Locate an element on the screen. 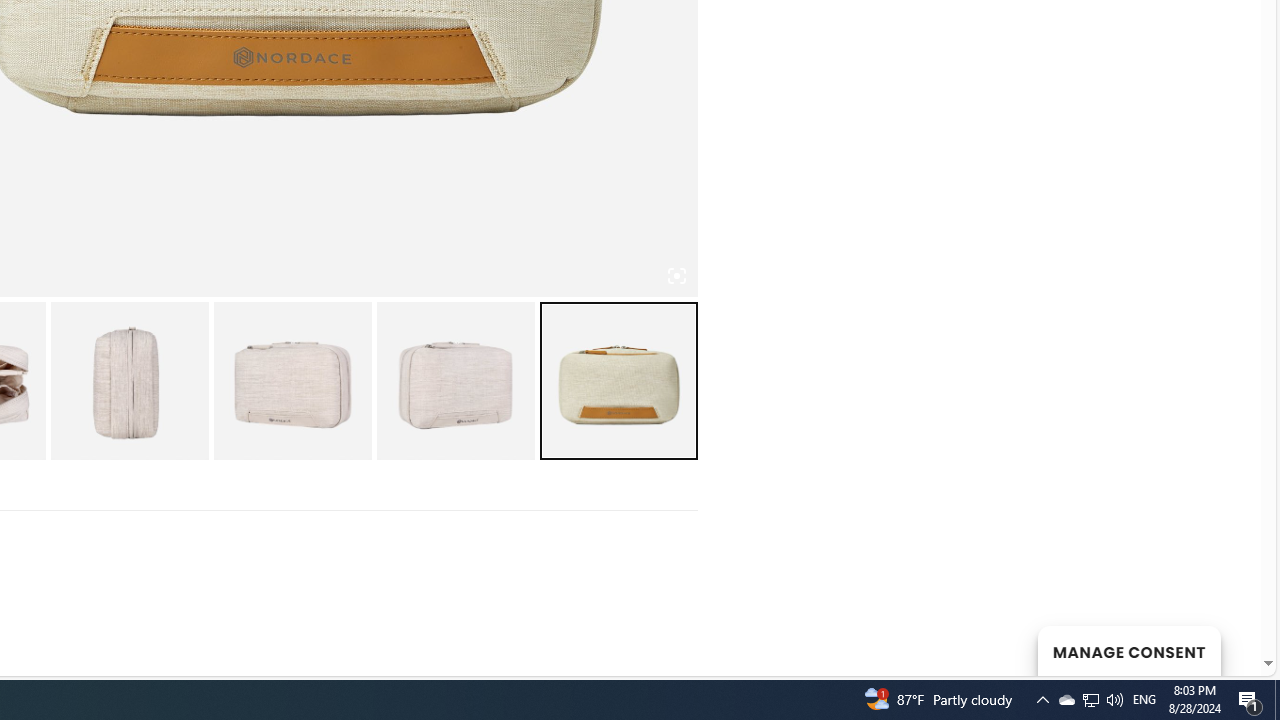  'Class: iconic-woothumbs-fullscreen' is located at coordinates (676, 276).